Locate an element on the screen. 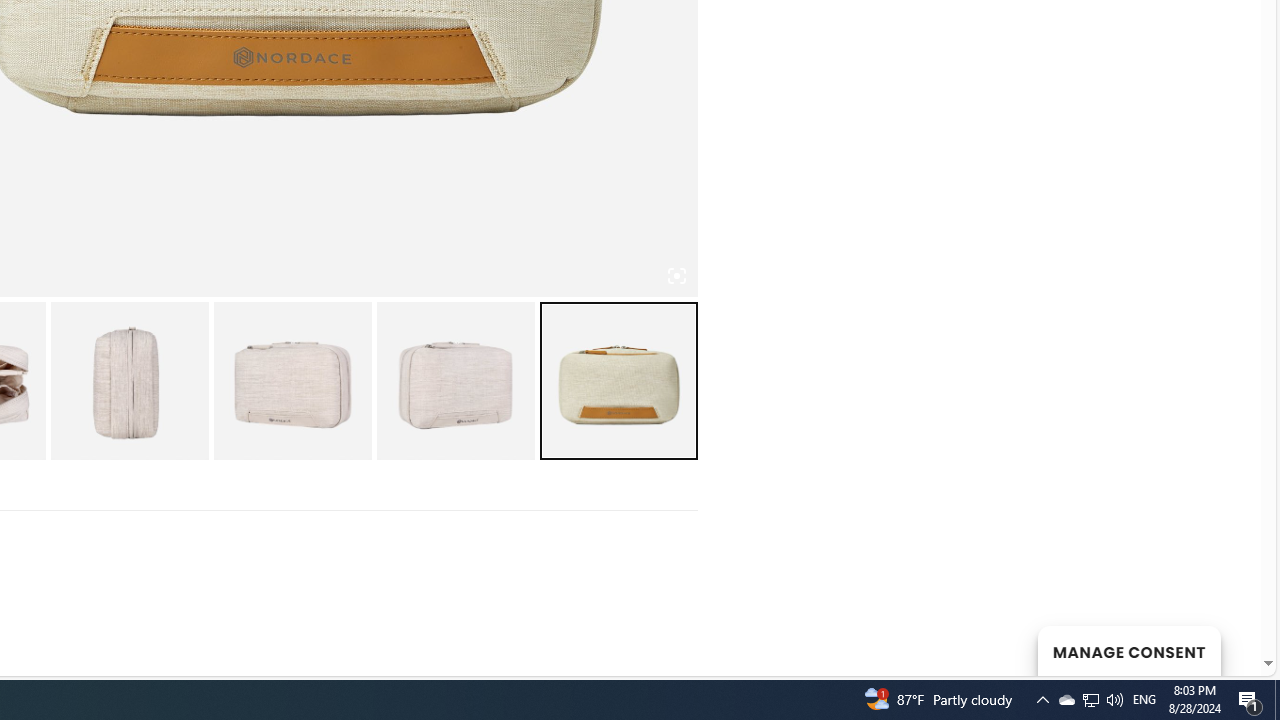  'Class: iconic-woothumbs-fullscreen' is located at coordinates (676, 276).